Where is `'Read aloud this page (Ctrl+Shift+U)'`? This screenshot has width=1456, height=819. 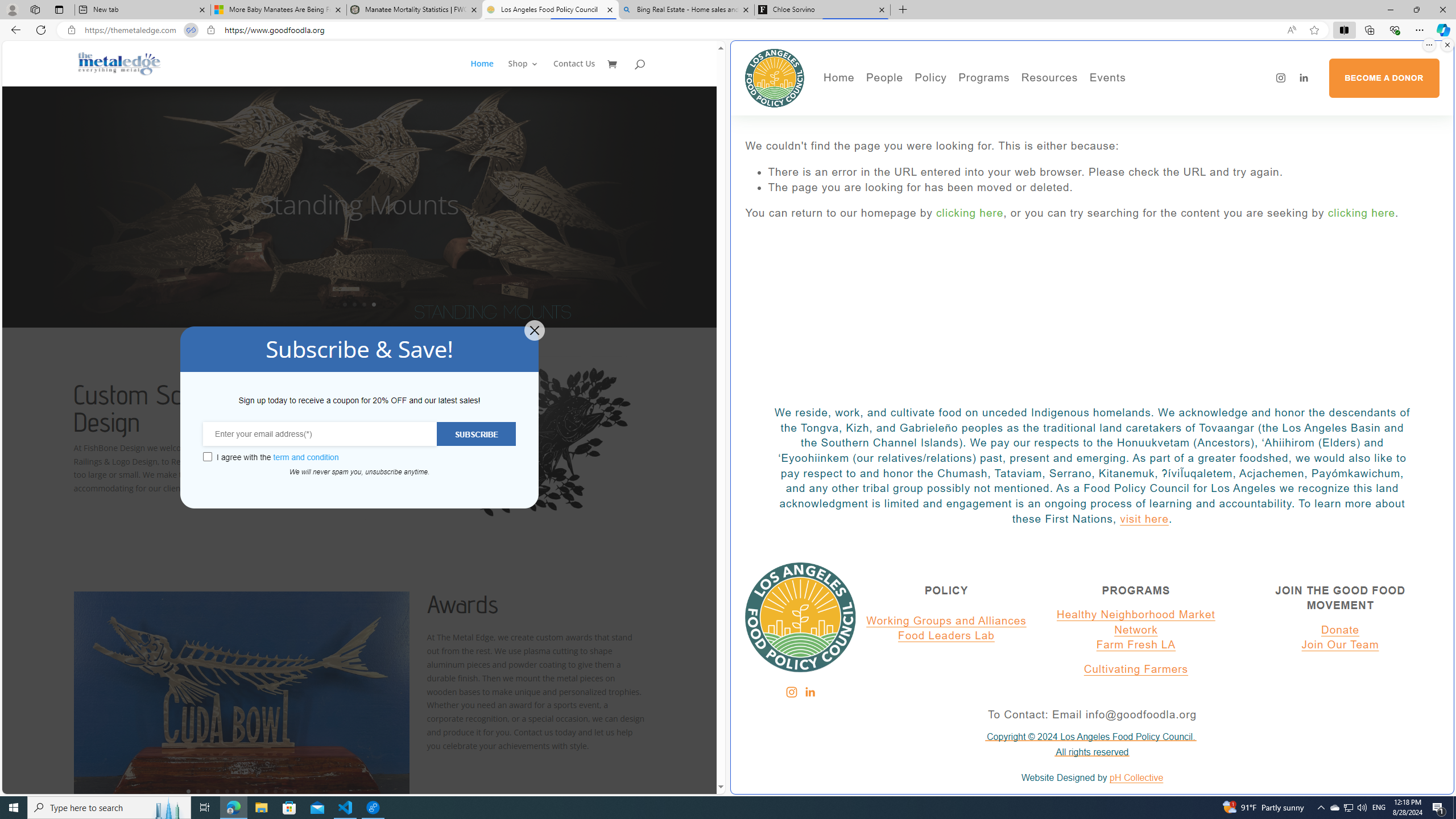 'Read aloud this page (Ctrl+Shift+U)' is located at coordinates (1291, 30).